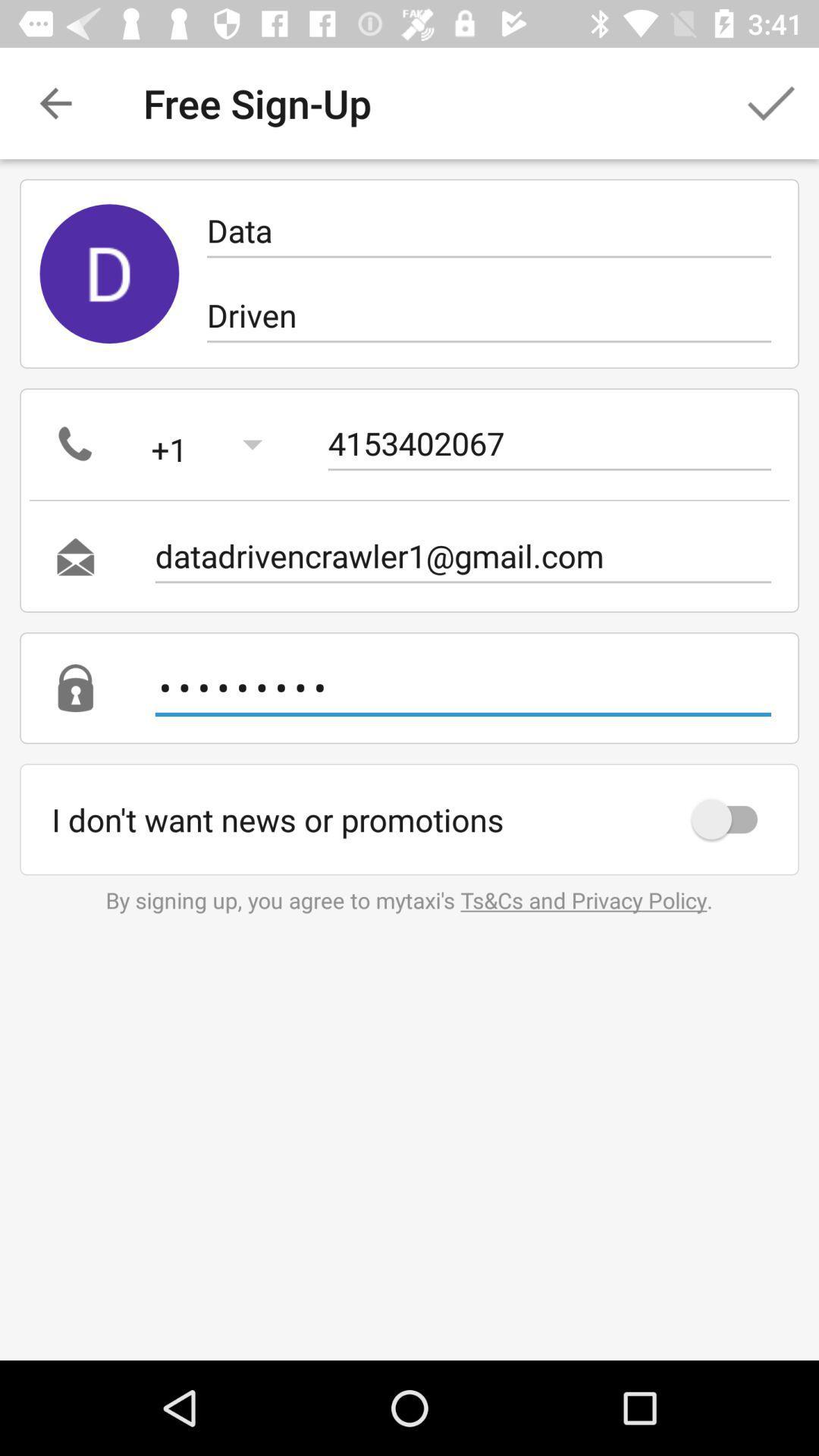 Image resolution: width=819 pixels, height=1456 pixels. Describe the element at coordinates (731, 818) in the screenshot. I see `icon below crowd3116` at that location.